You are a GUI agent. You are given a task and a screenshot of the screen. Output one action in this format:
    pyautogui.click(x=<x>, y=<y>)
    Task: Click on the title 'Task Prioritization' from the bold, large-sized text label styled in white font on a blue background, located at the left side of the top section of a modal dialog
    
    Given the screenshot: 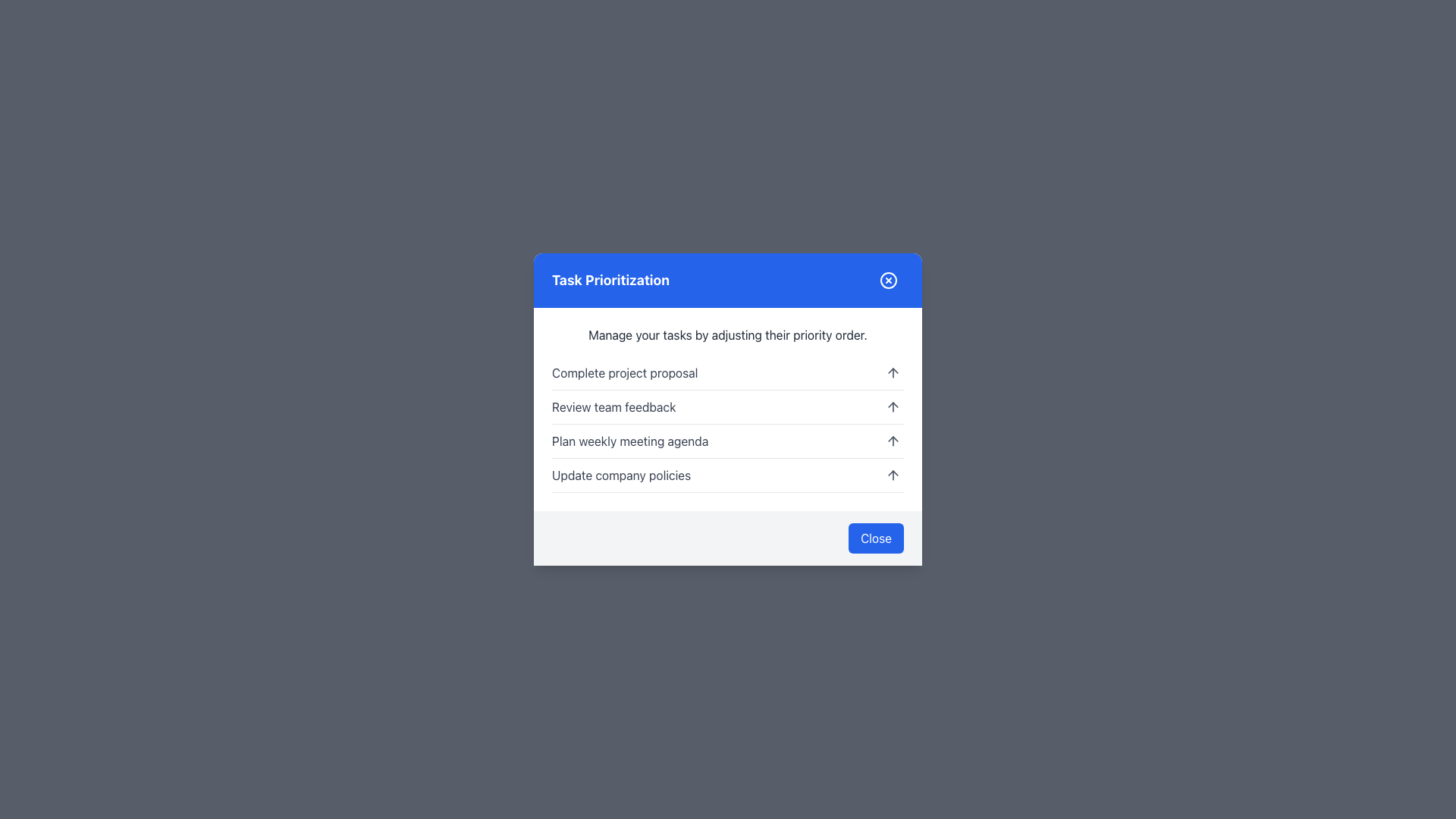 What is the action you would take?
    pyautogui.click(x=610, y=281)
    